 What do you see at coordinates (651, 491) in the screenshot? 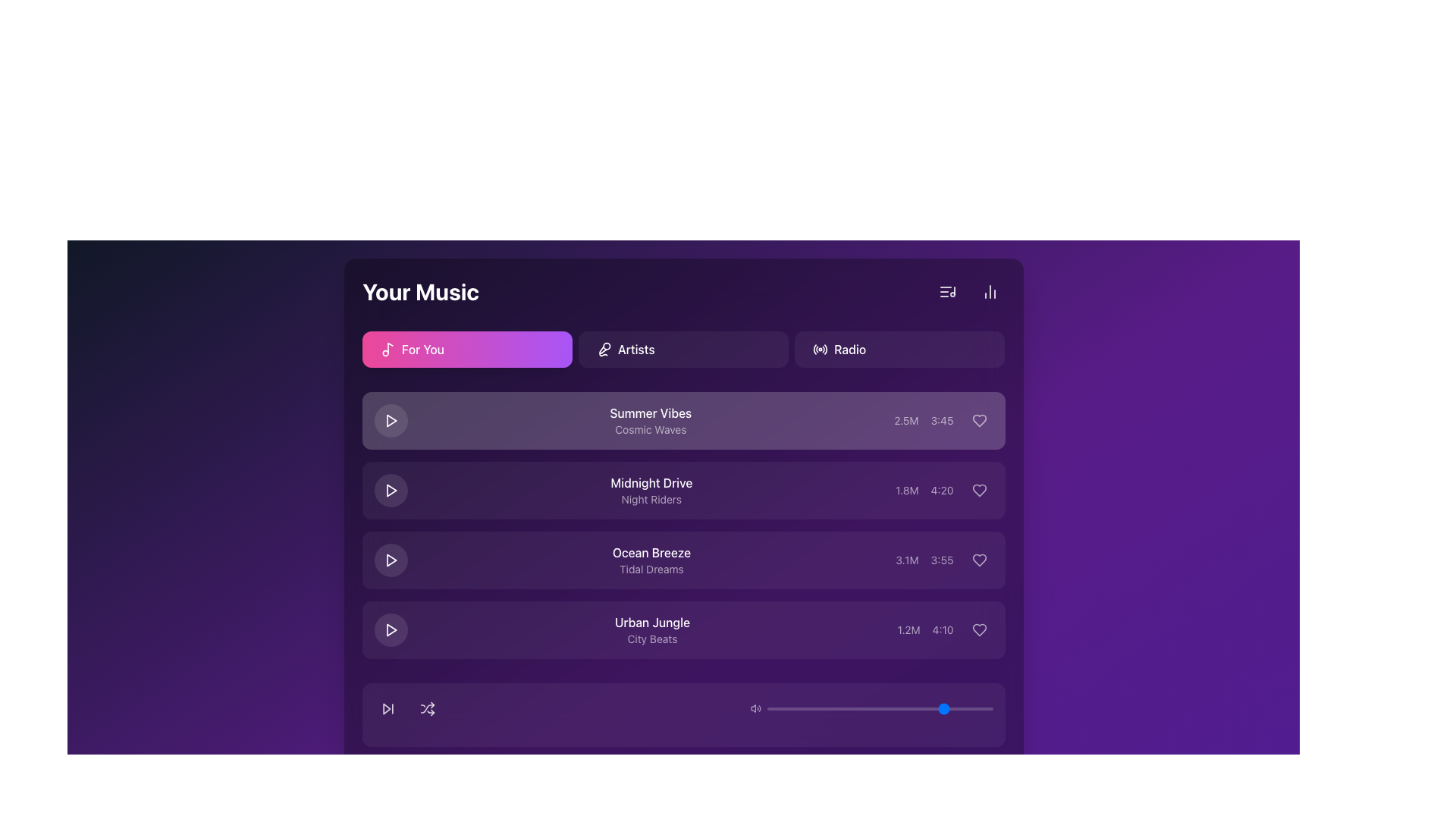
I see `the text display containing 'Midnight Drive' and 'Night Riders' to perform an action such as playing the song` at bounding box center [651, 491].